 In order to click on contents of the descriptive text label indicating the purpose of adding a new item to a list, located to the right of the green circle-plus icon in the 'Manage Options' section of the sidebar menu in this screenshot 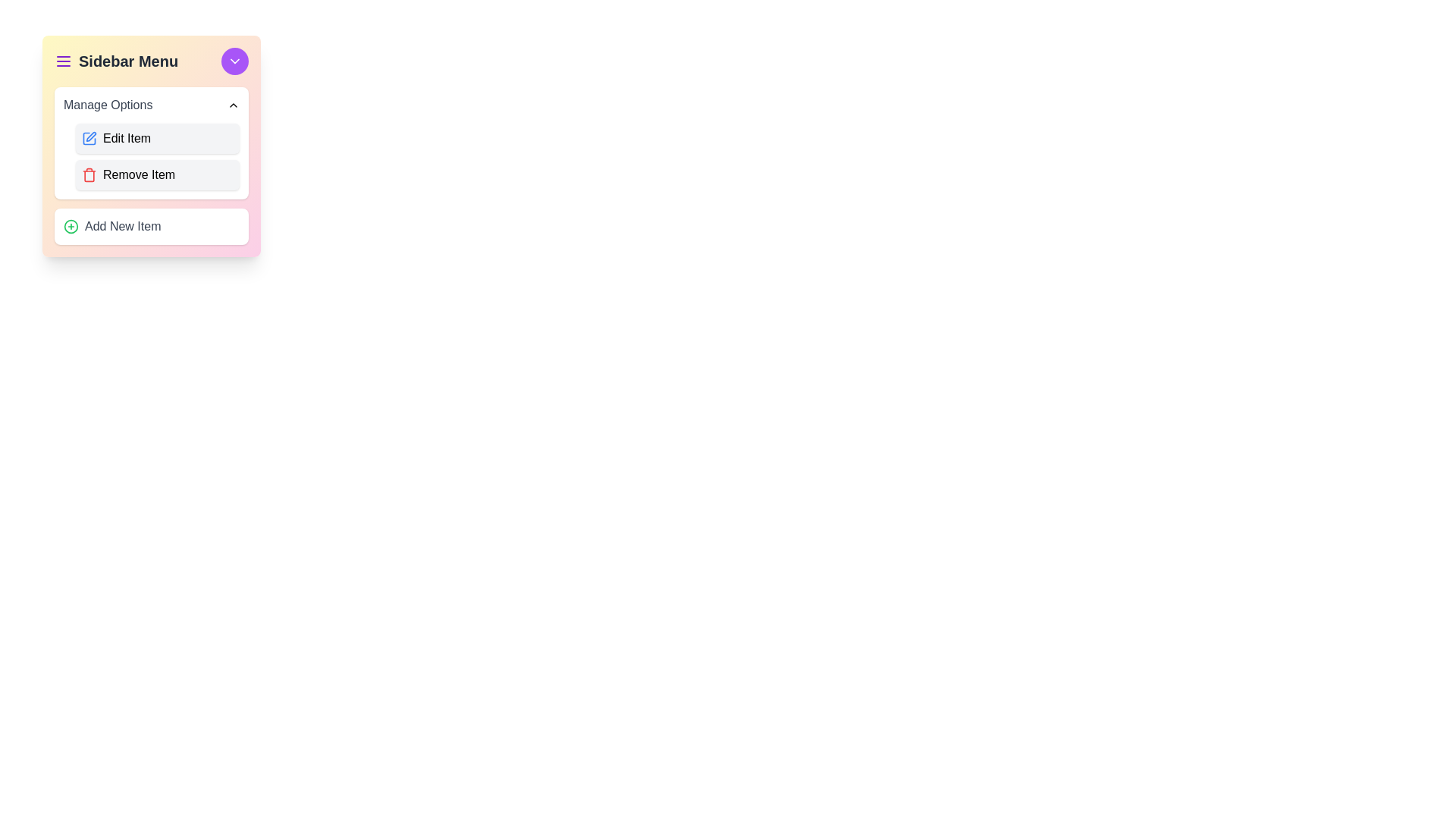, I will do `click(123, 227)`.